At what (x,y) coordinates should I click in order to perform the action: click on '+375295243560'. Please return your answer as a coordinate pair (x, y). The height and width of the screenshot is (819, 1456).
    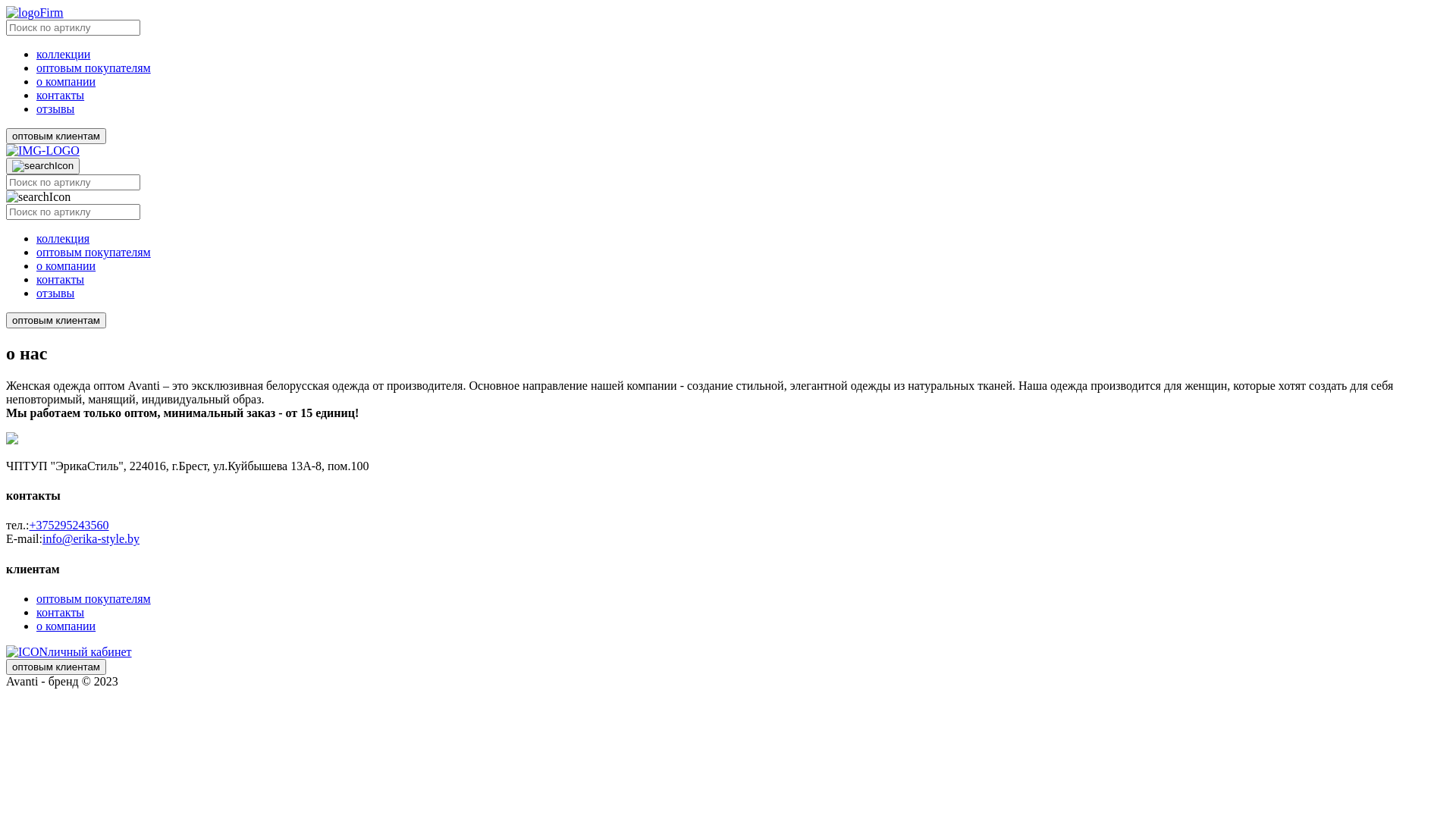
    Looking at the image, I should click on (29, 524).